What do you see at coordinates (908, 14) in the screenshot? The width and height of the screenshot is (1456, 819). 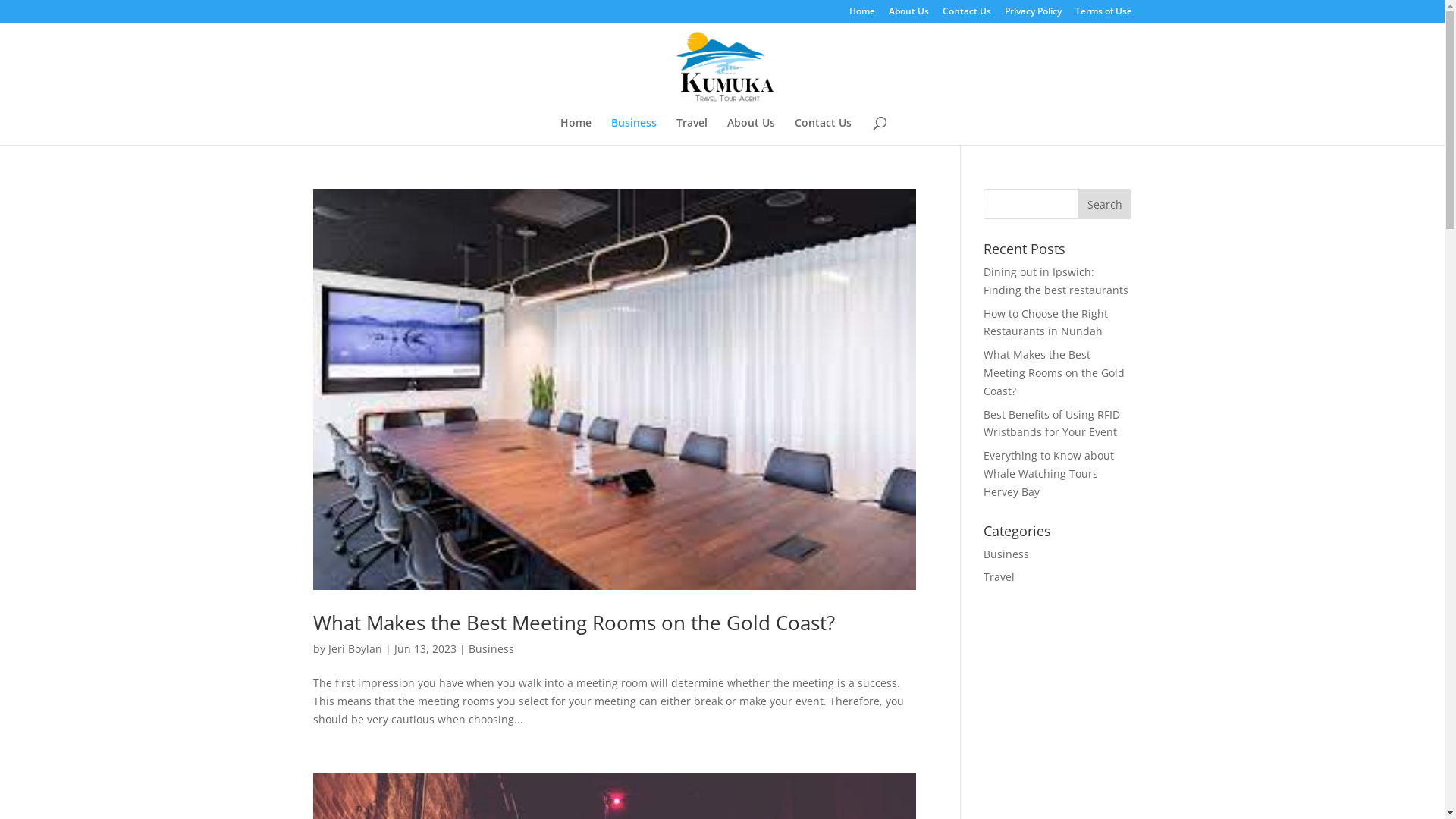 I see `'About Us'` at bounding box center [908, 14].